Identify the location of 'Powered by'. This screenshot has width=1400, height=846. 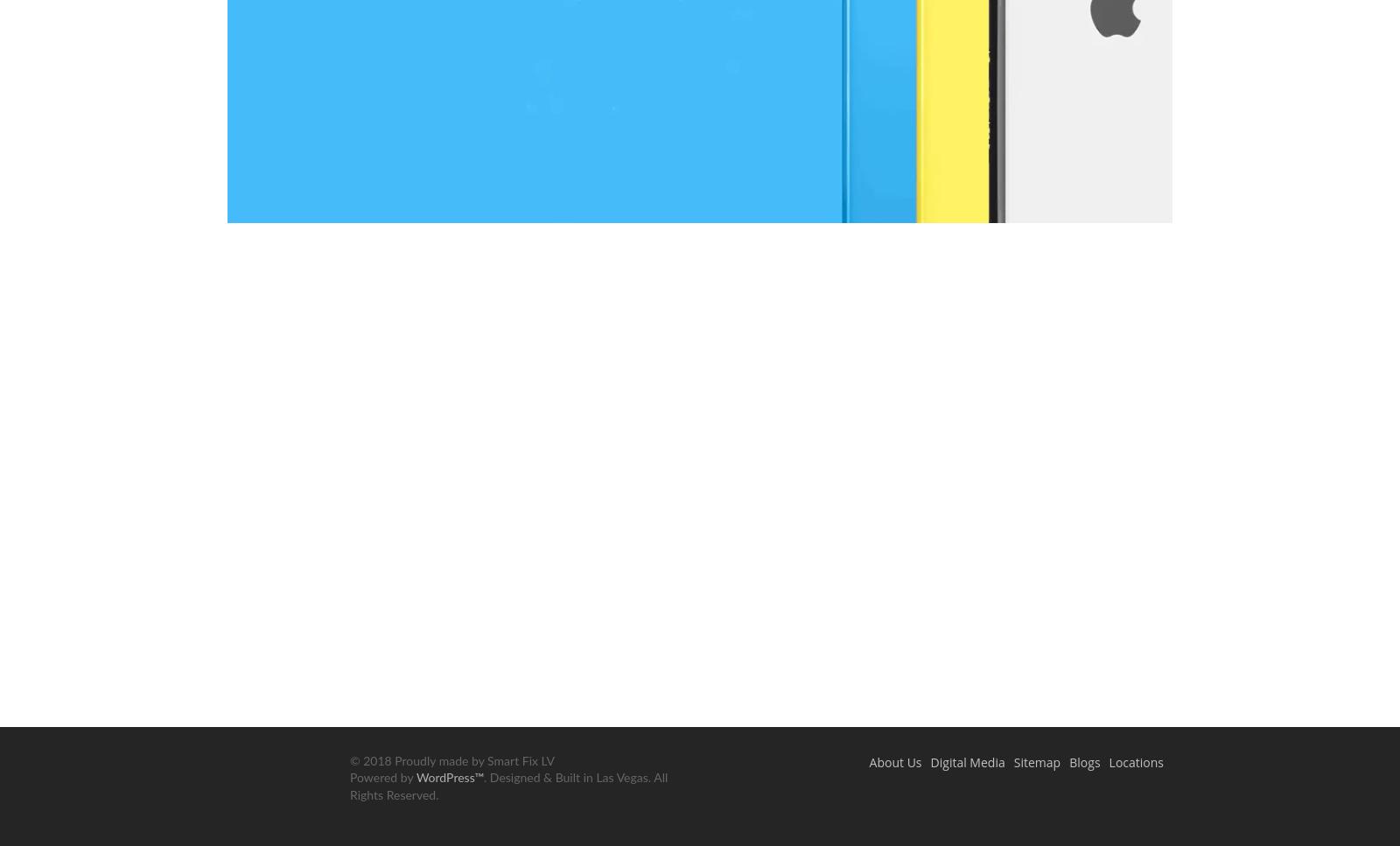
(381, 778).